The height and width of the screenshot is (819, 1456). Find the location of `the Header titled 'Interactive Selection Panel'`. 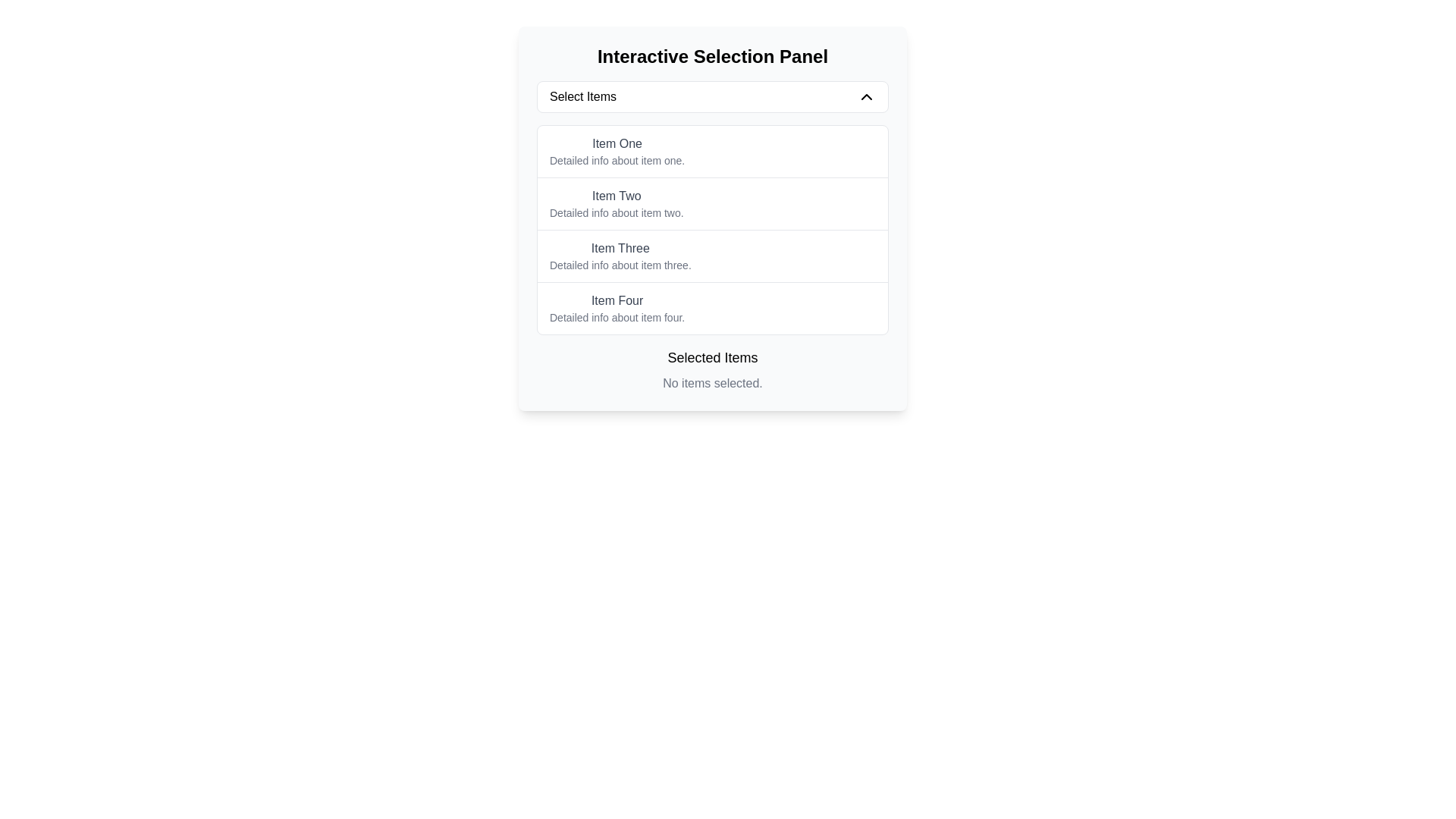

the Header titled 'Interactive Selection Panel' is located at coordinates (712, 55).